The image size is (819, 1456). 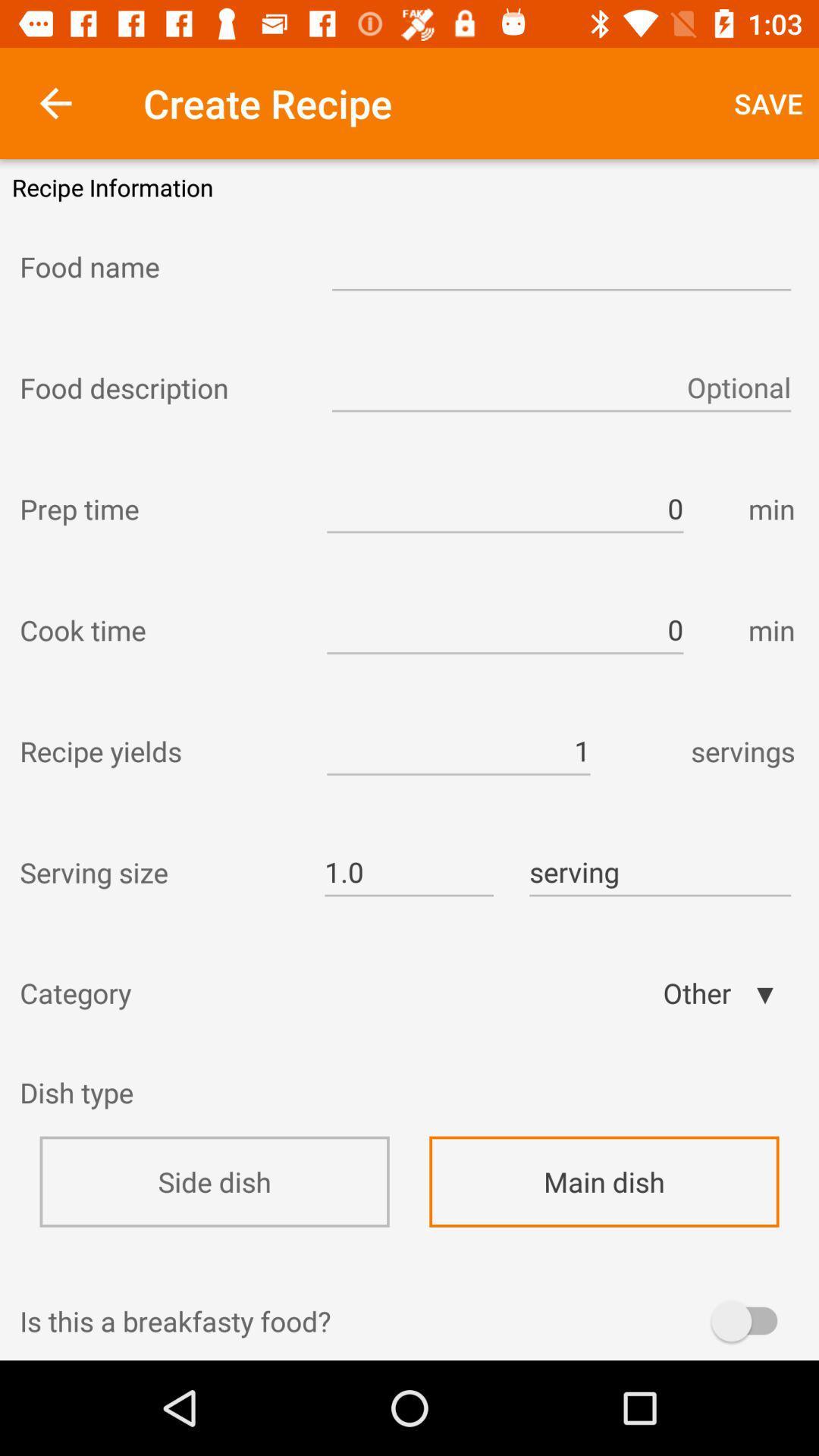 I want to click on the is this a, so click(x=409, y=1320).